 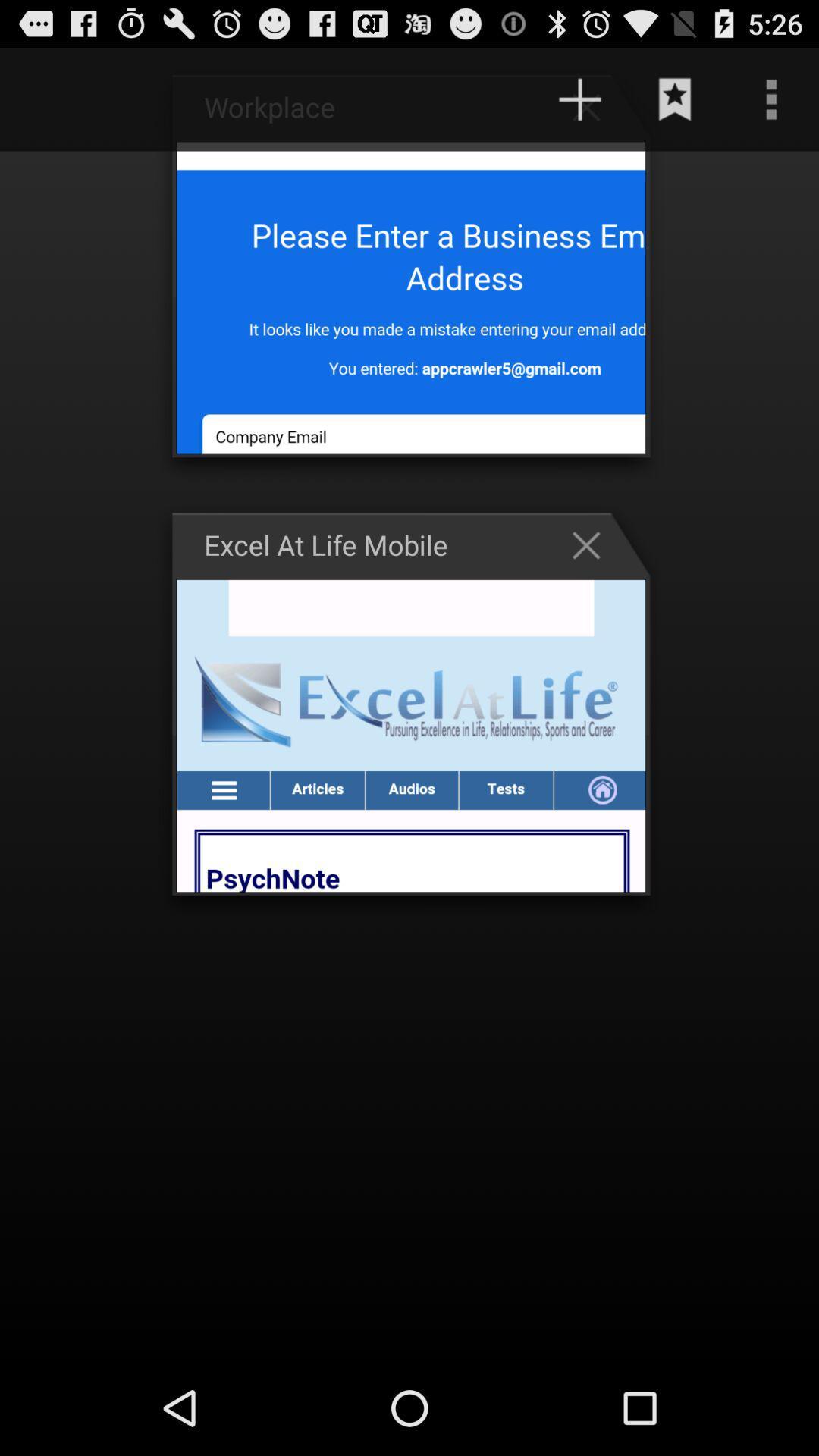 What do you see at coordinates (593, 113) in the screenshot?
I see `the add icon` at bounding box center [593, 113].